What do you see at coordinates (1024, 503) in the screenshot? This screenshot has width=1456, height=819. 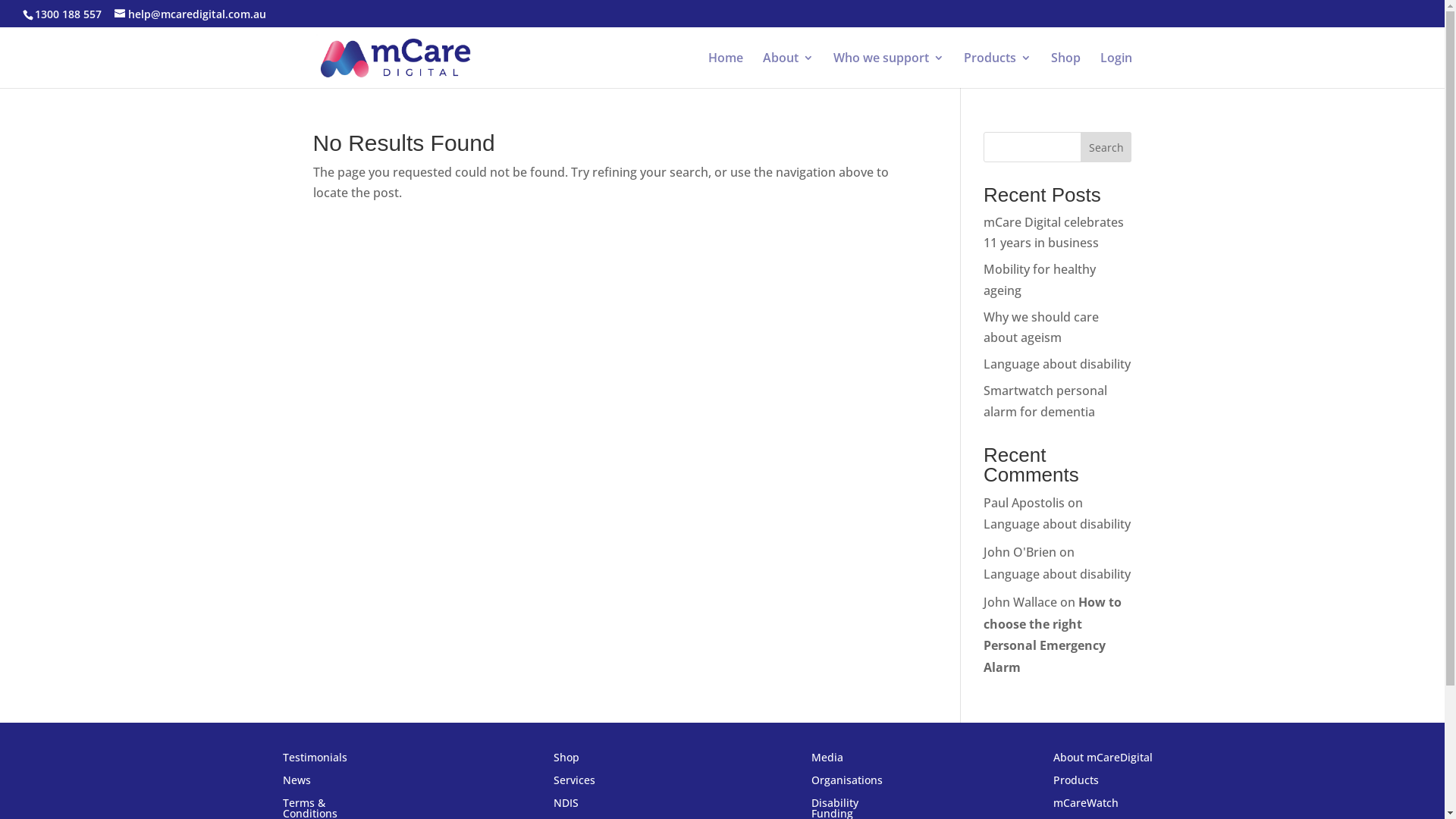 I see `'Paul Apostolis'` at bounding box center [1024, 503].